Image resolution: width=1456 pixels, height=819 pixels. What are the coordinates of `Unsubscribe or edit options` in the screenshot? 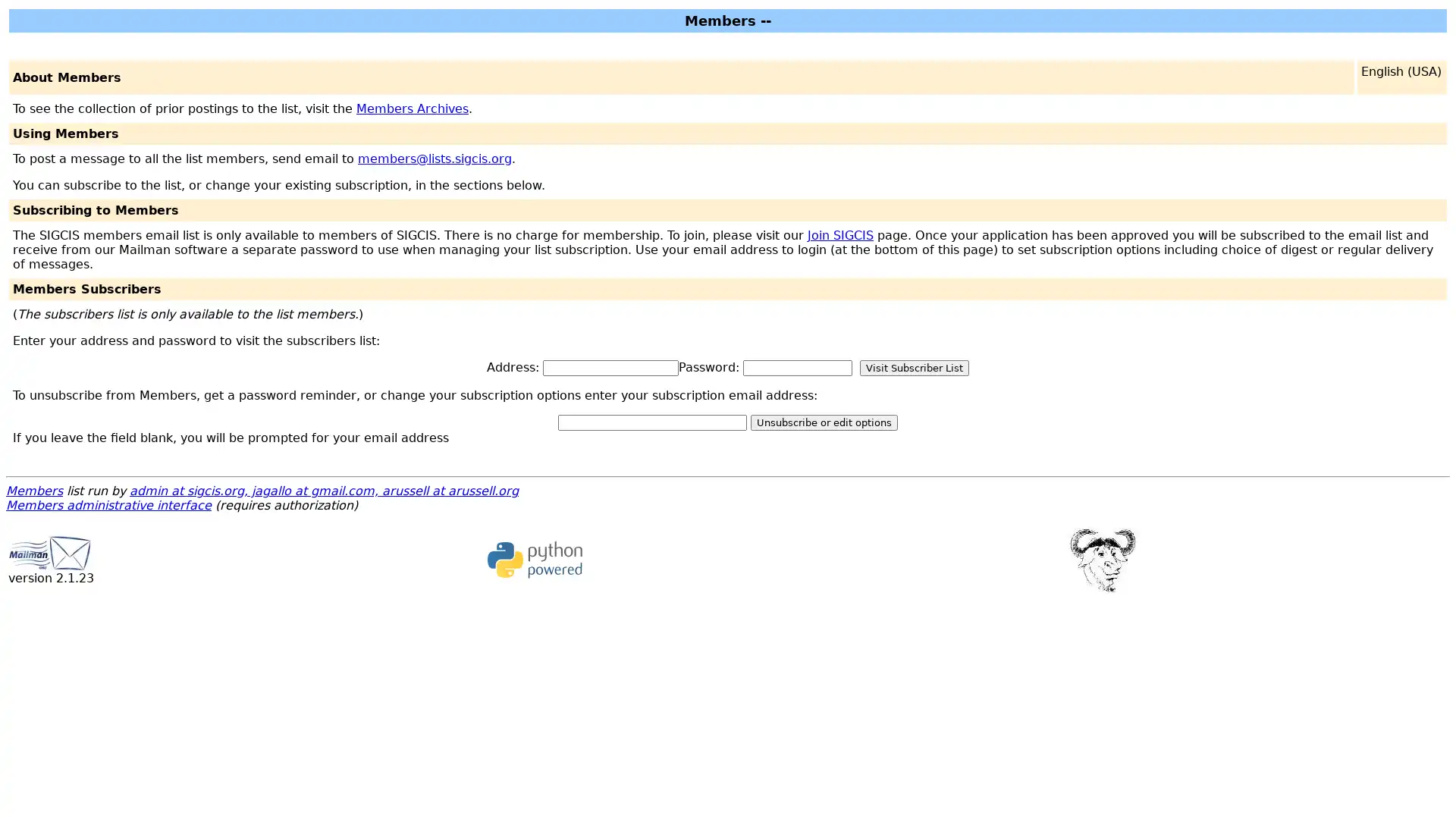 It's located at (823, 422).